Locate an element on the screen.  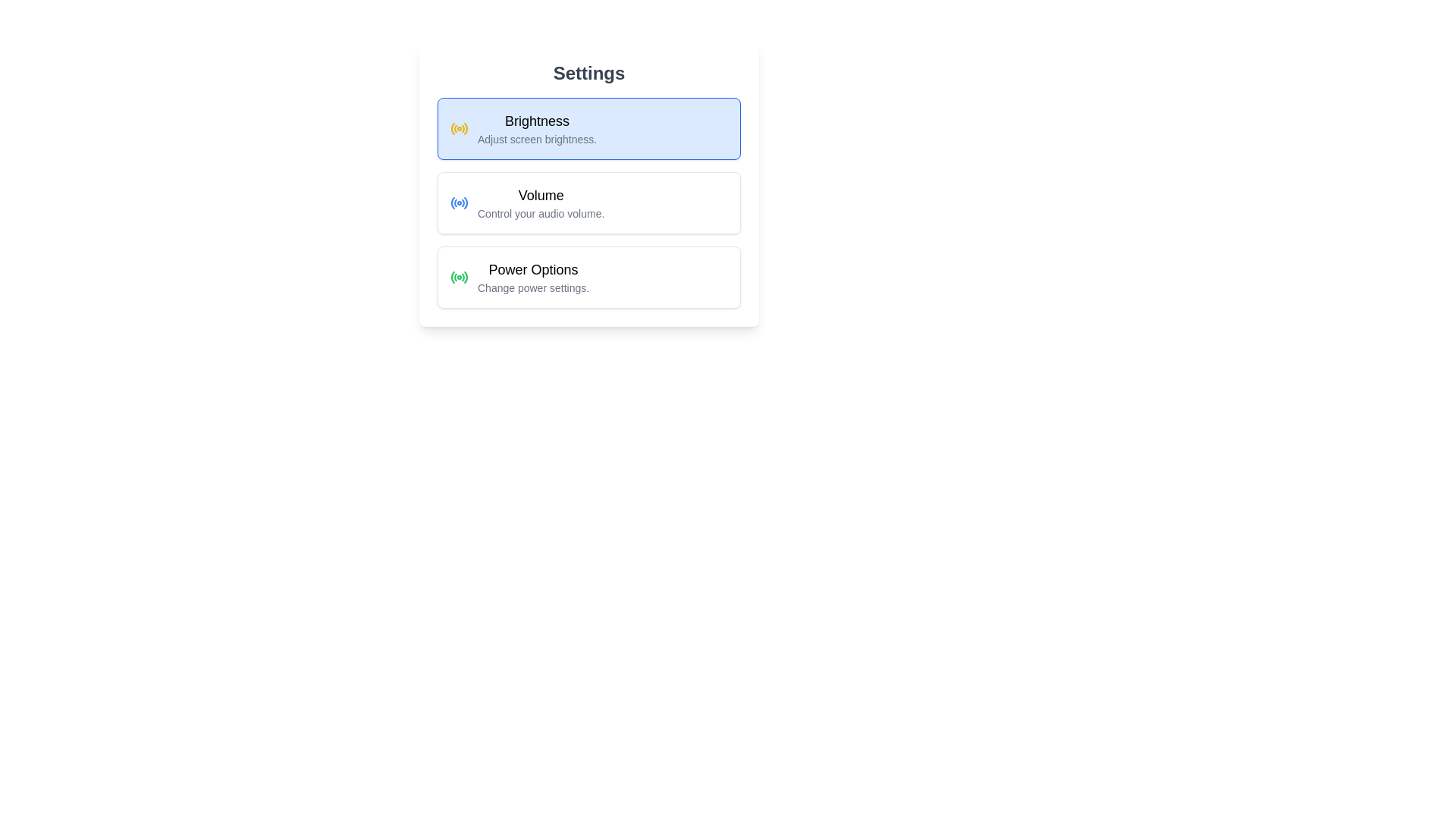
the 'Power Options' icon located to the left of its text description in the settings options list is located at coordinates (458, 278).